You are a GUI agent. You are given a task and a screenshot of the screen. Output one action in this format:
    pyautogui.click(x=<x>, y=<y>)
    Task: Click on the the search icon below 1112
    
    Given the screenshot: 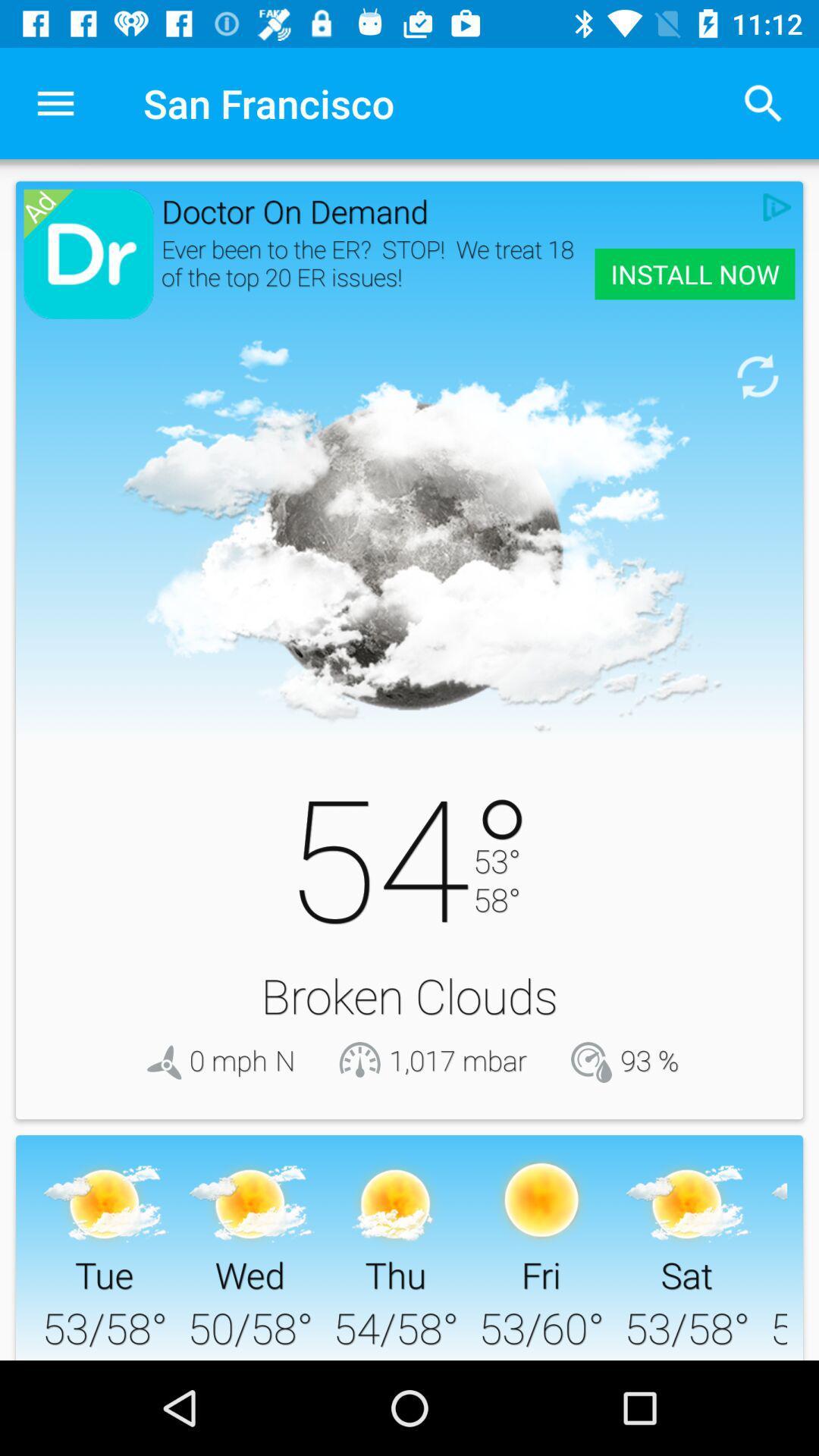 What is the action you would take?
    pyautogui.click(x=763, y=103)
    